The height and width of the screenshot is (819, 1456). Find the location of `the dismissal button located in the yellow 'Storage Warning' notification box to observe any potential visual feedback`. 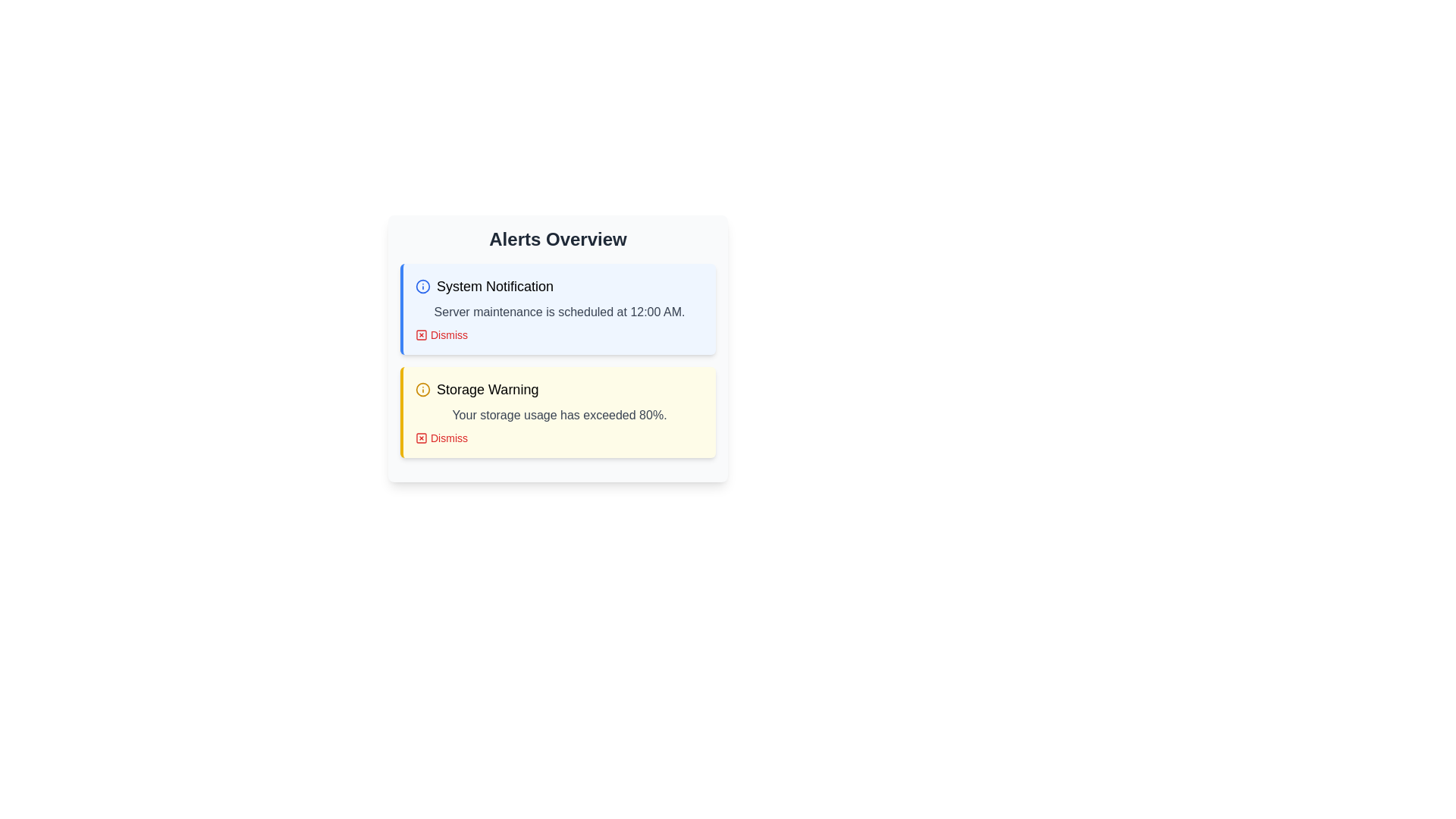

the dismissal button located in the yellow 'Storage Warning' notification box to observe any potential visual feedback is located at coordinates (441, 438).